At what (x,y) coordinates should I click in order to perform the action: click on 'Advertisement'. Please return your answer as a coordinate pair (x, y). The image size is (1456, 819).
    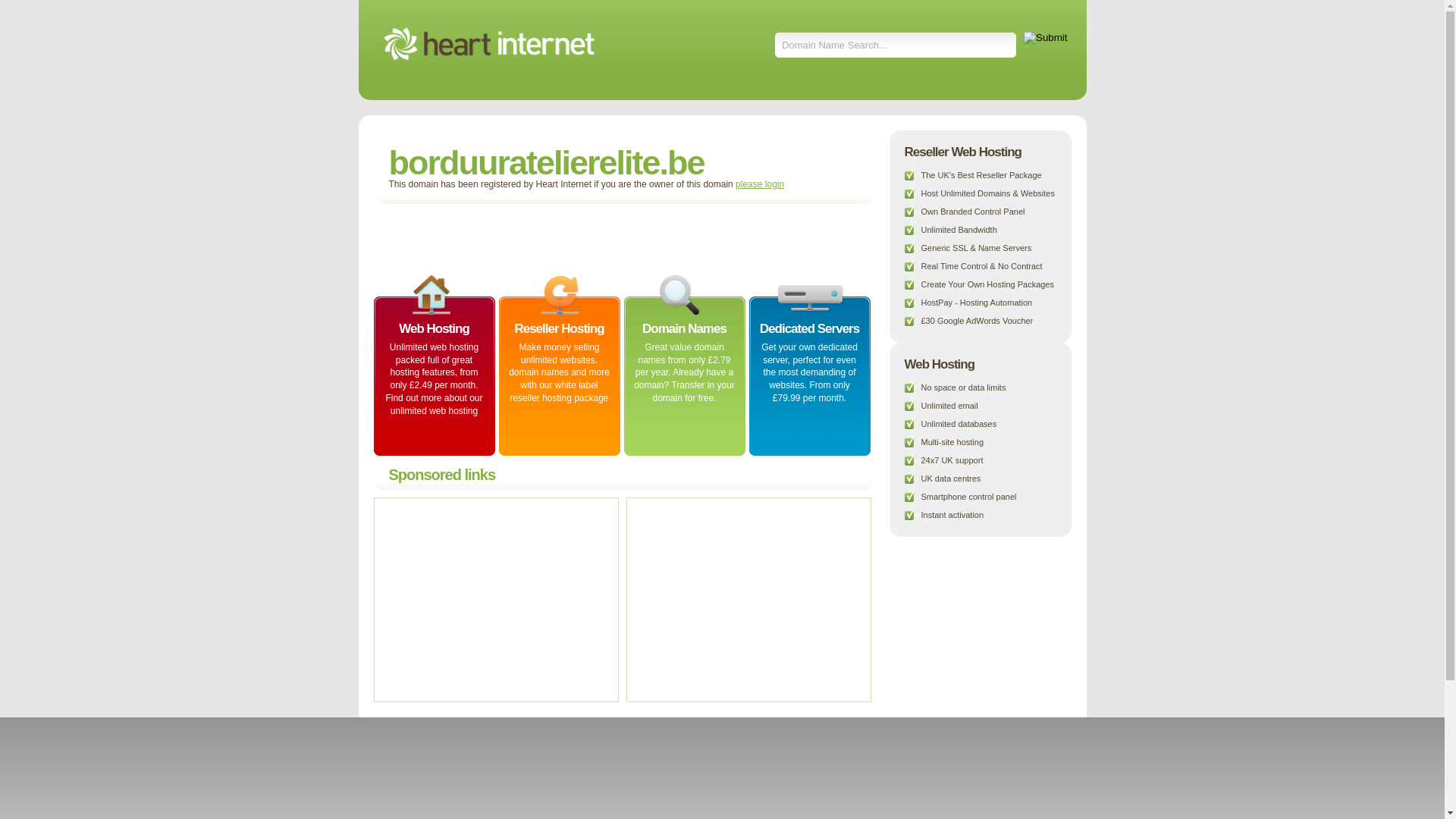
    Looking at the image, I should click on (557, 237).